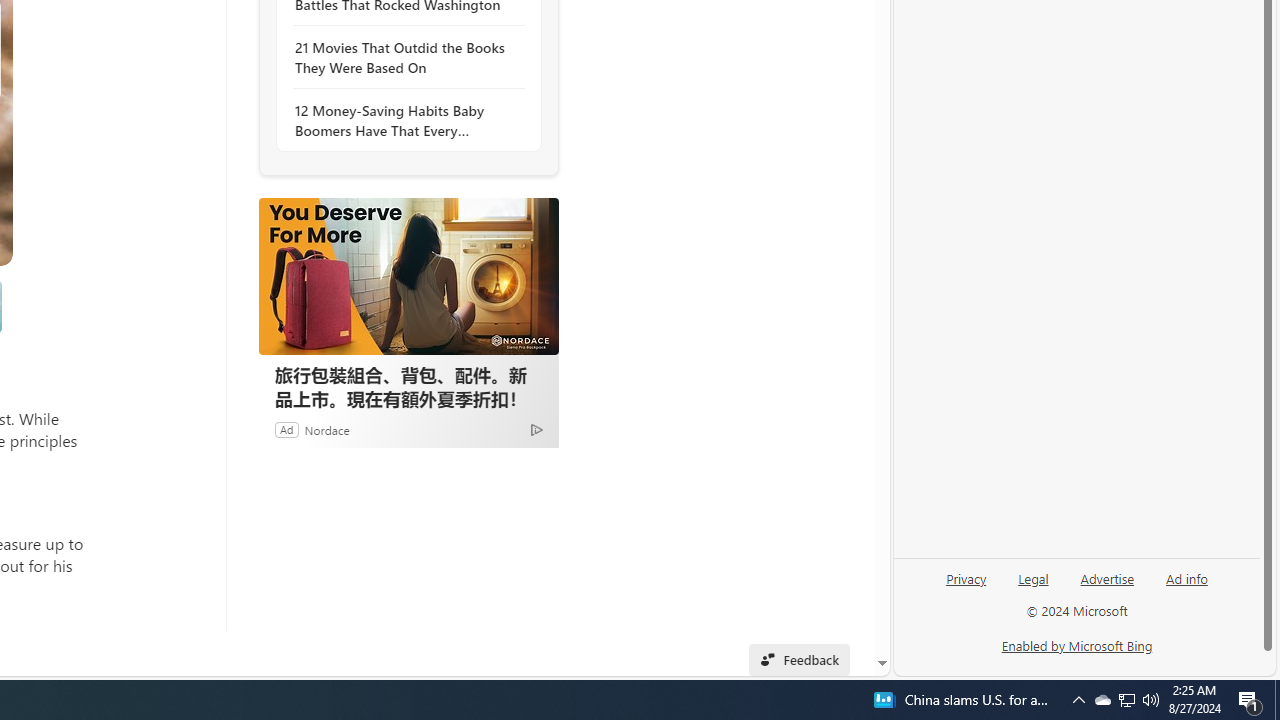 The image size is (1280, 720). I want to click on 'Advertise', so click(1106, 585).